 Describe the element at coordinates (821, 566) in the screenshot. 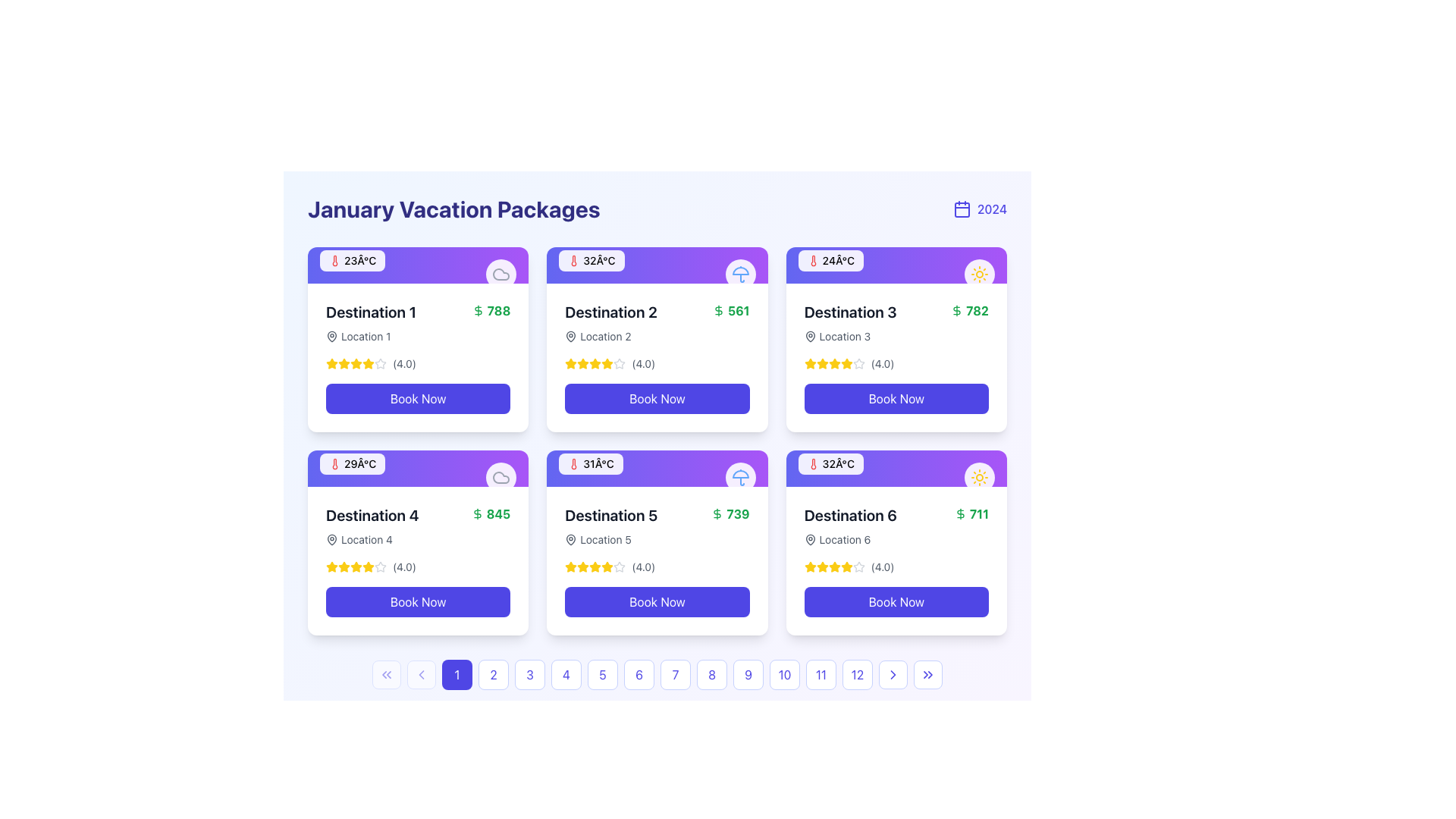

I see `the fifth star icon in the rating section of the 'Destination 6' card to rate it` at that location.